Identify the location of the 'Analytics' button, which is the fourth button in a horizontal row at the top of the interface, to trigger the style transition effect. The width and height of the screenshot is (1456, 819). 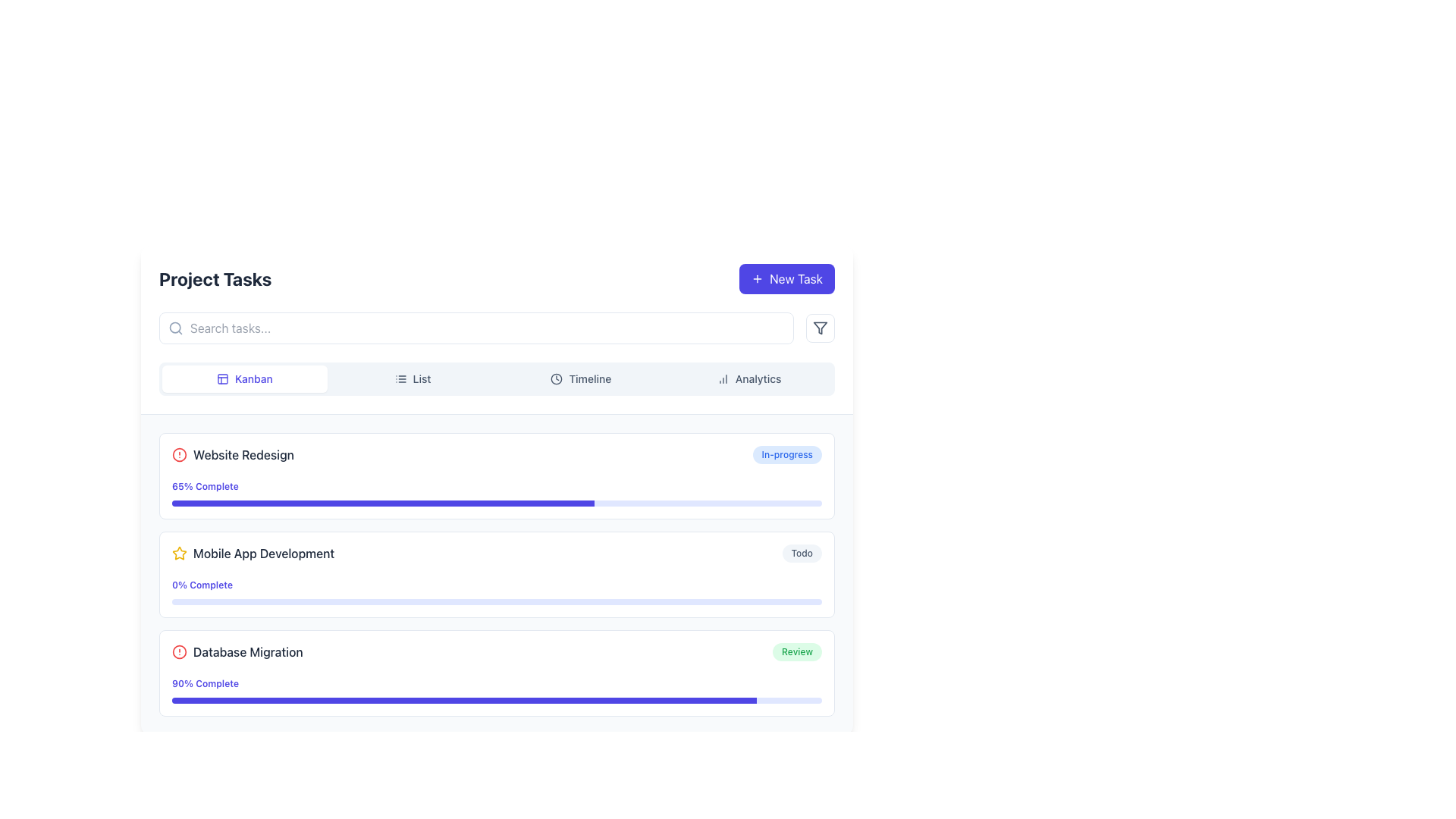
(749, 378).